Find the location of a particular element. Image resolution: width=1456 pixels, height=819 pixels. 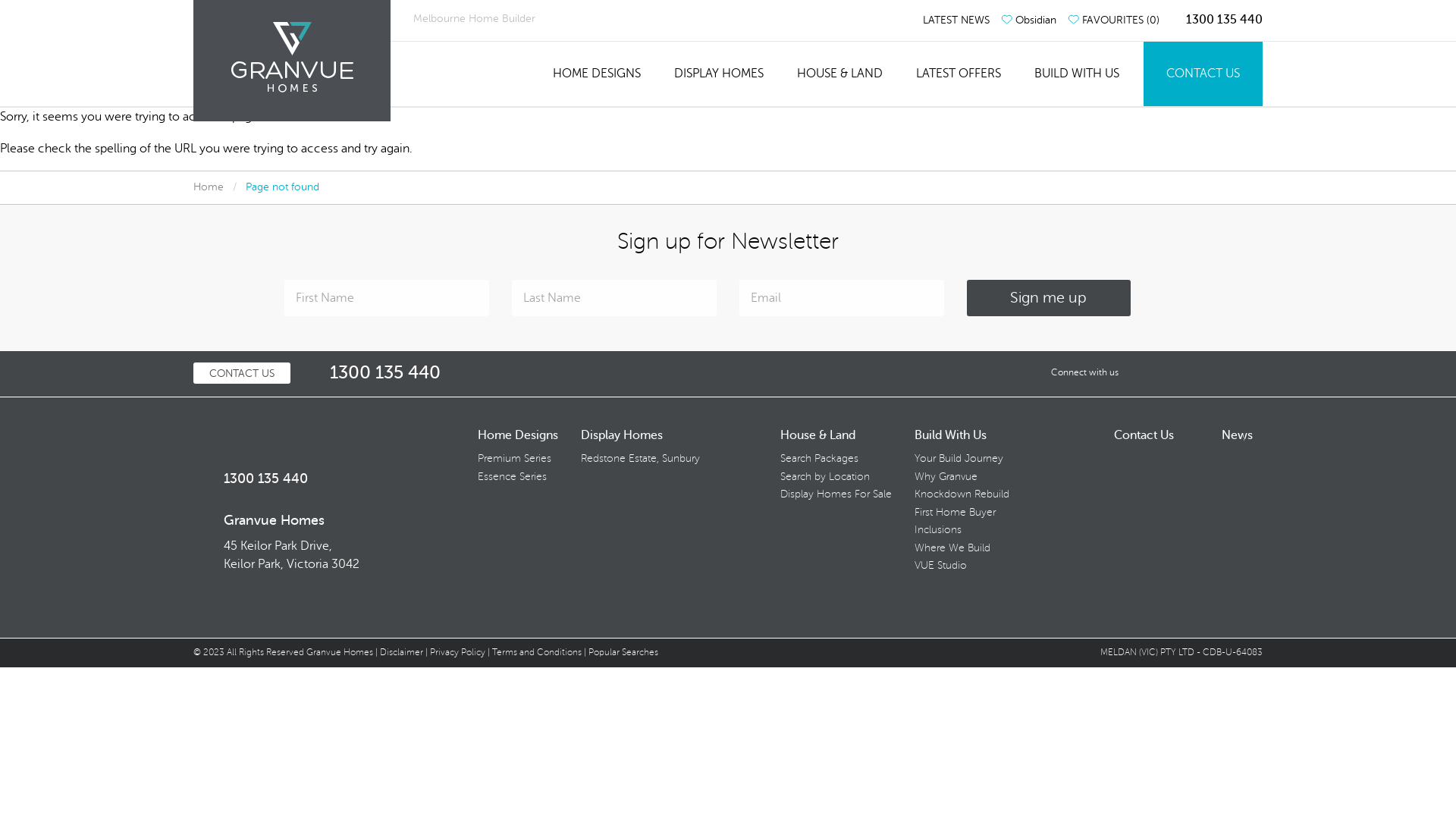

'Your Build Journey' is located at coordinates (913, 457).